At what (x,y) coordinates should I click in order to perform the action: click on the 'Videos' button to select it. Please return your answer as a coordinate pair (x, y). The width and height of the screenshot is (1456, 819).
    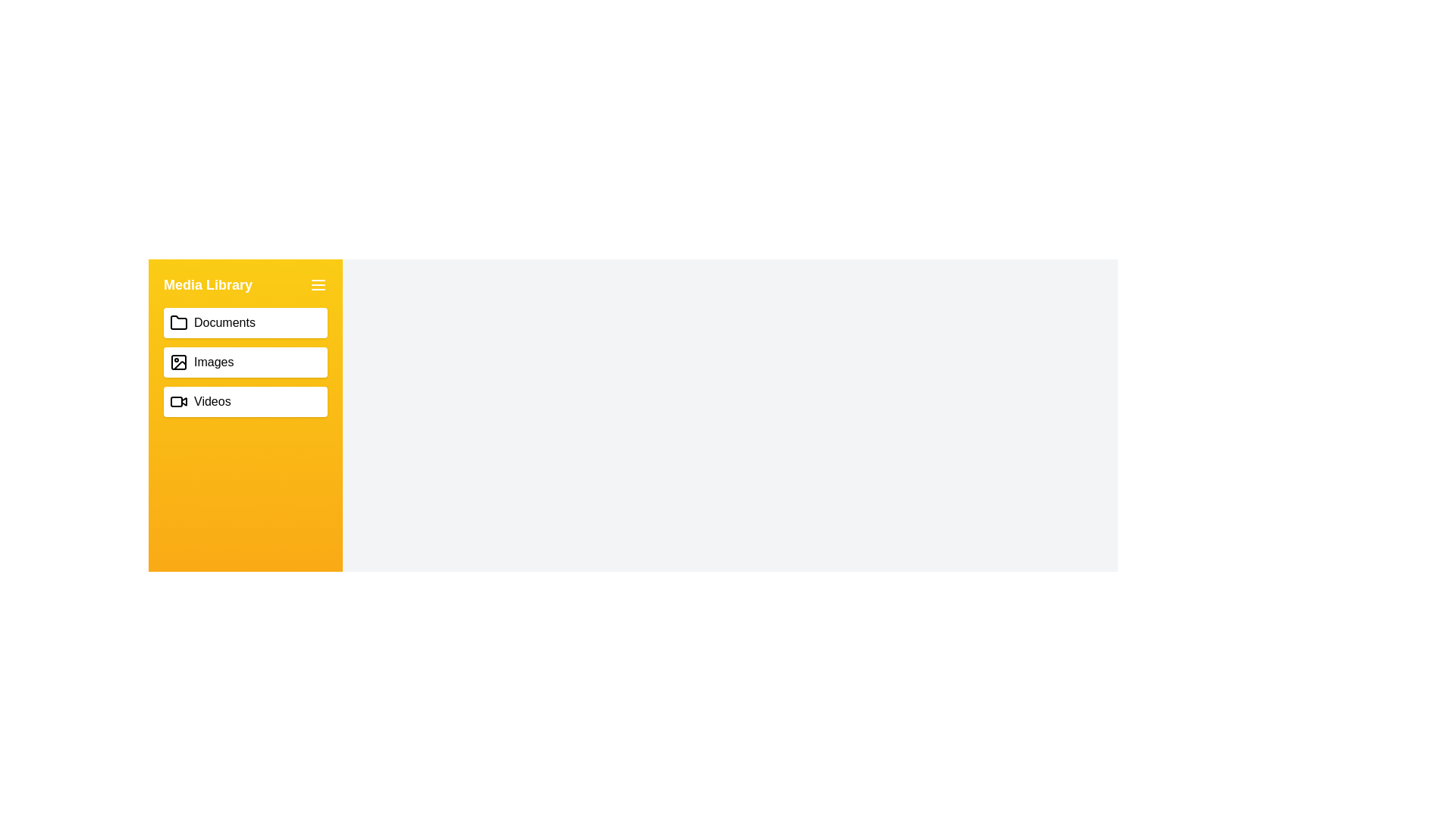
    Looking at the image, I should click on (246, 400).